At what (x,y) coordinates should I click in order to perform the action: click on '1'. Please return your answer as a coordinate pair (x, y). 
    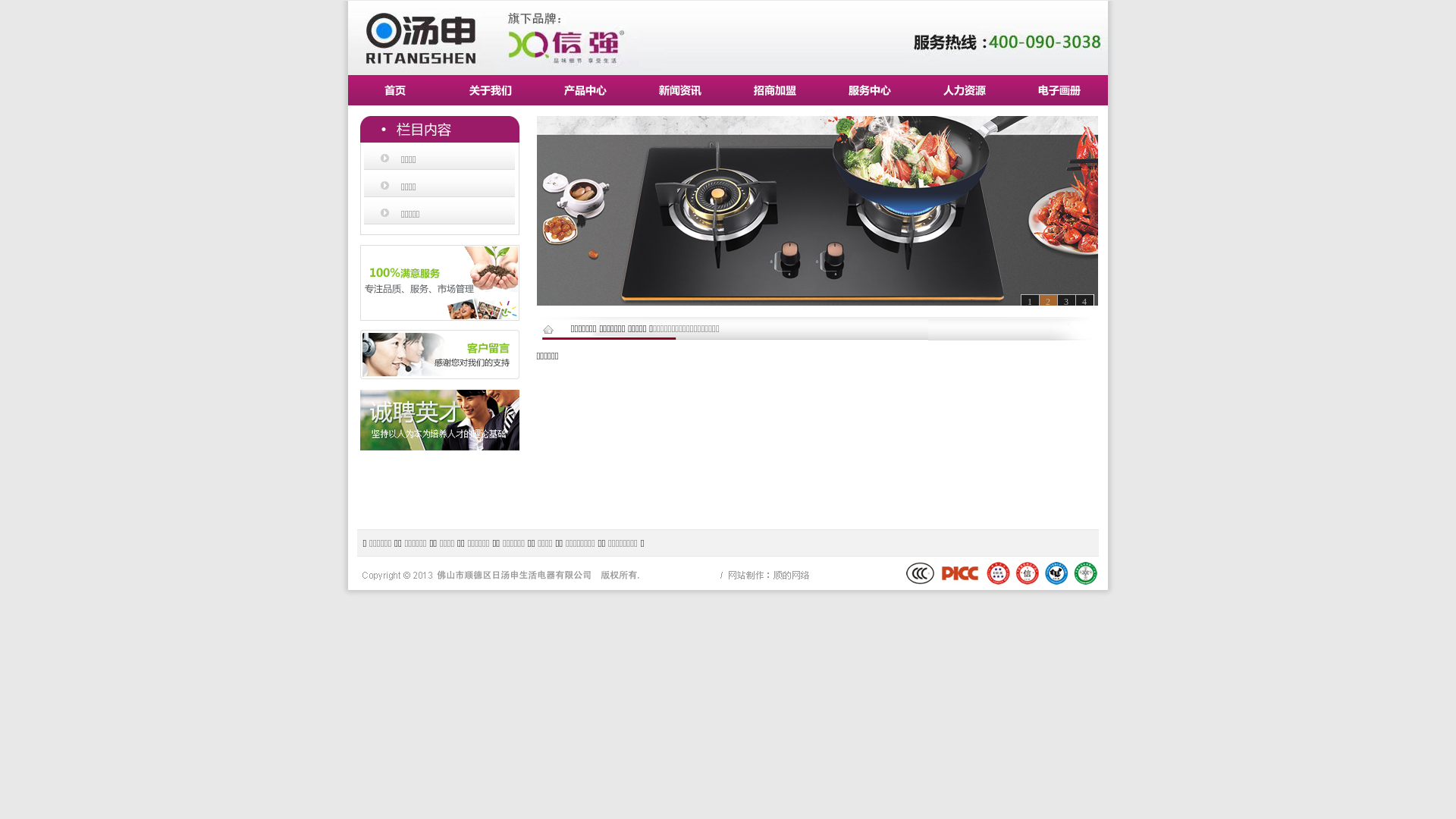
    Looking at the image, I should click on (1030, 301).